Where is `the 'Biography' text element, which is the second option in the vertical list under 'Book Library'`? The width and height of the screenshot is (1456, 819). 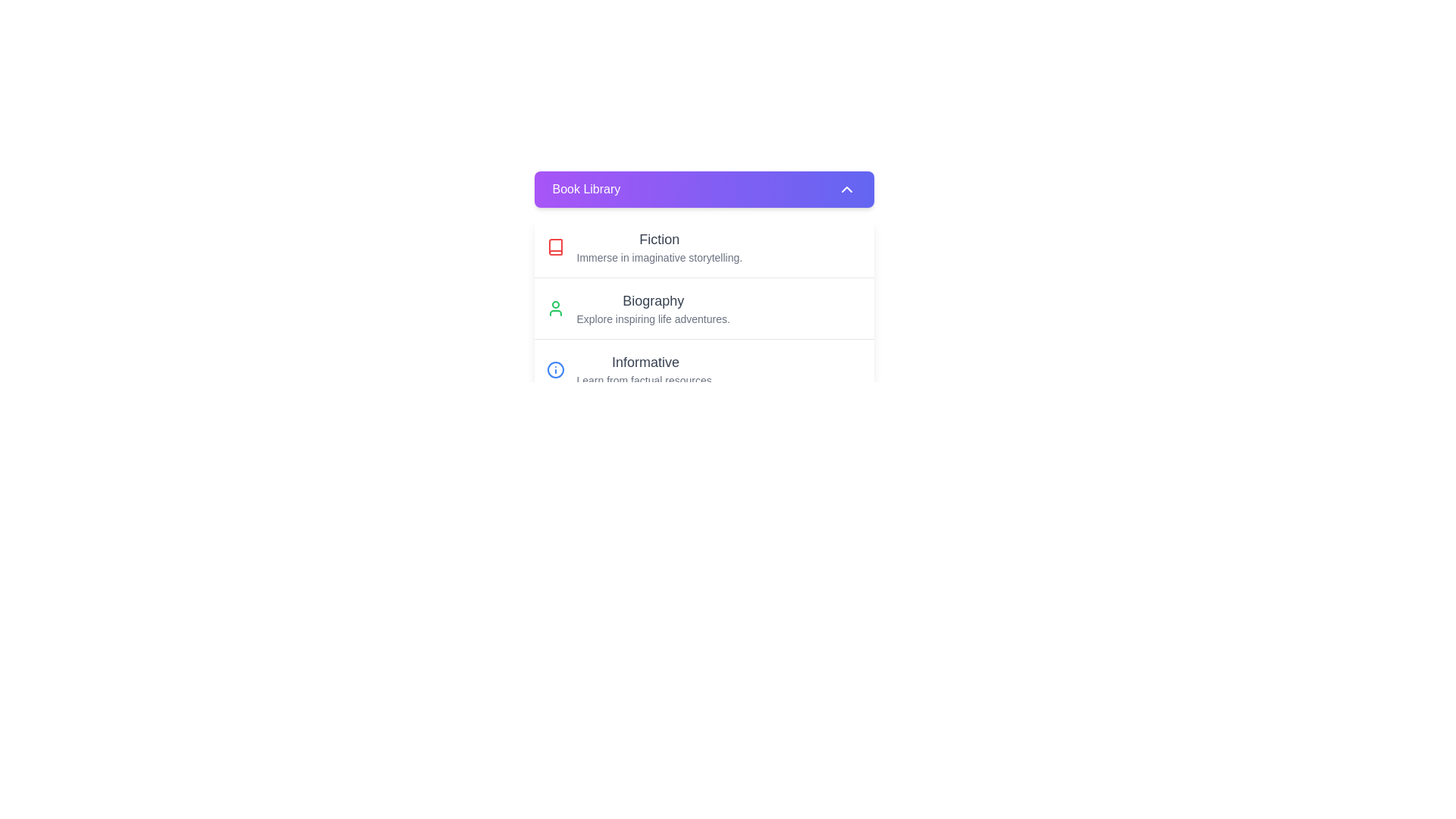 the 'Biography' text element, which is the second option in the vertical list under 'Book Library' is located at coordinates (653, 308).